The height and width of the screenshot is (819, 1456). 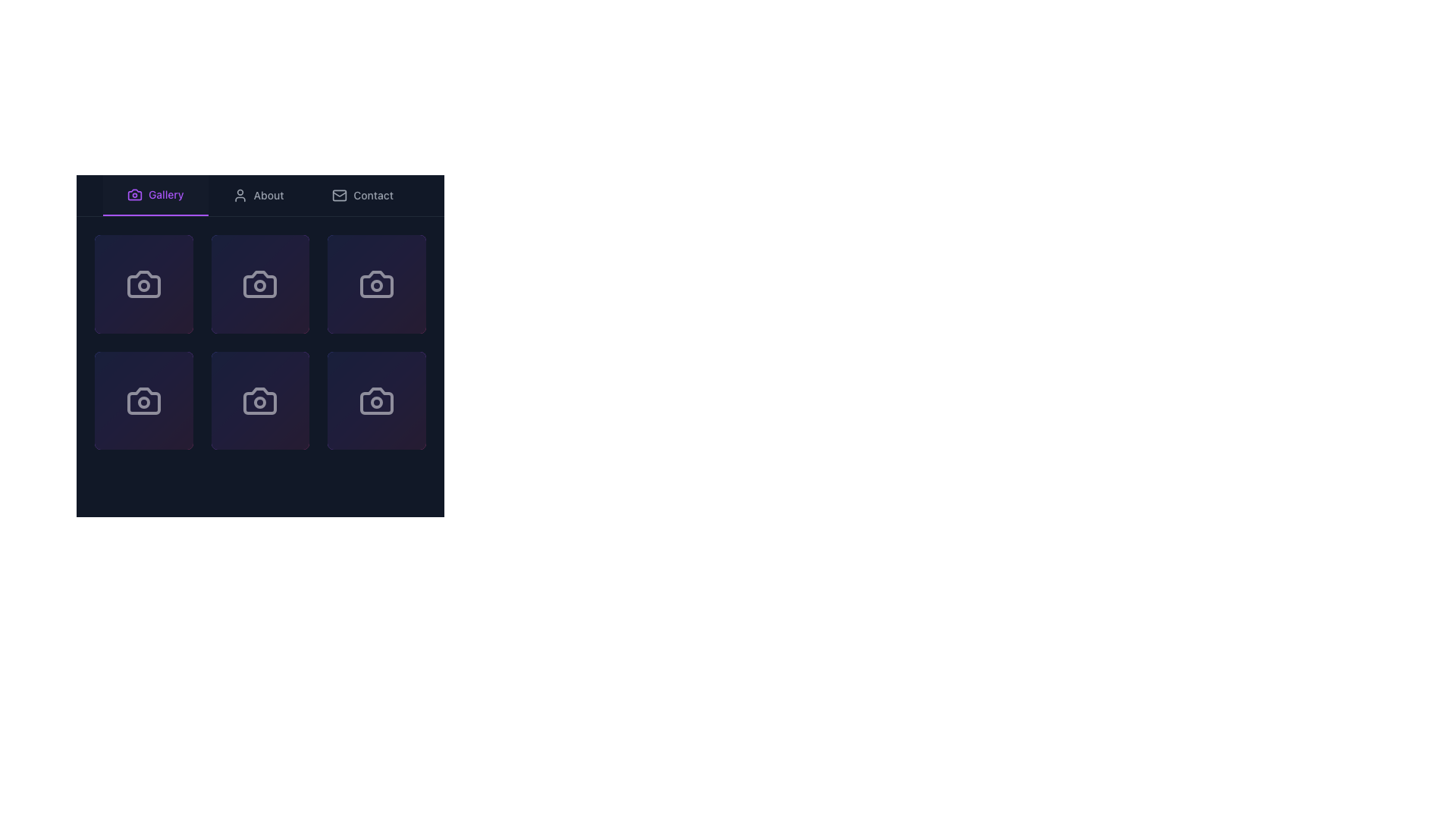 What do you see at coordinates (143, 284) in the screenshot?
I see `the first camera icon located in the top-left corner of the grid layout` at bounding box center [143, 284].